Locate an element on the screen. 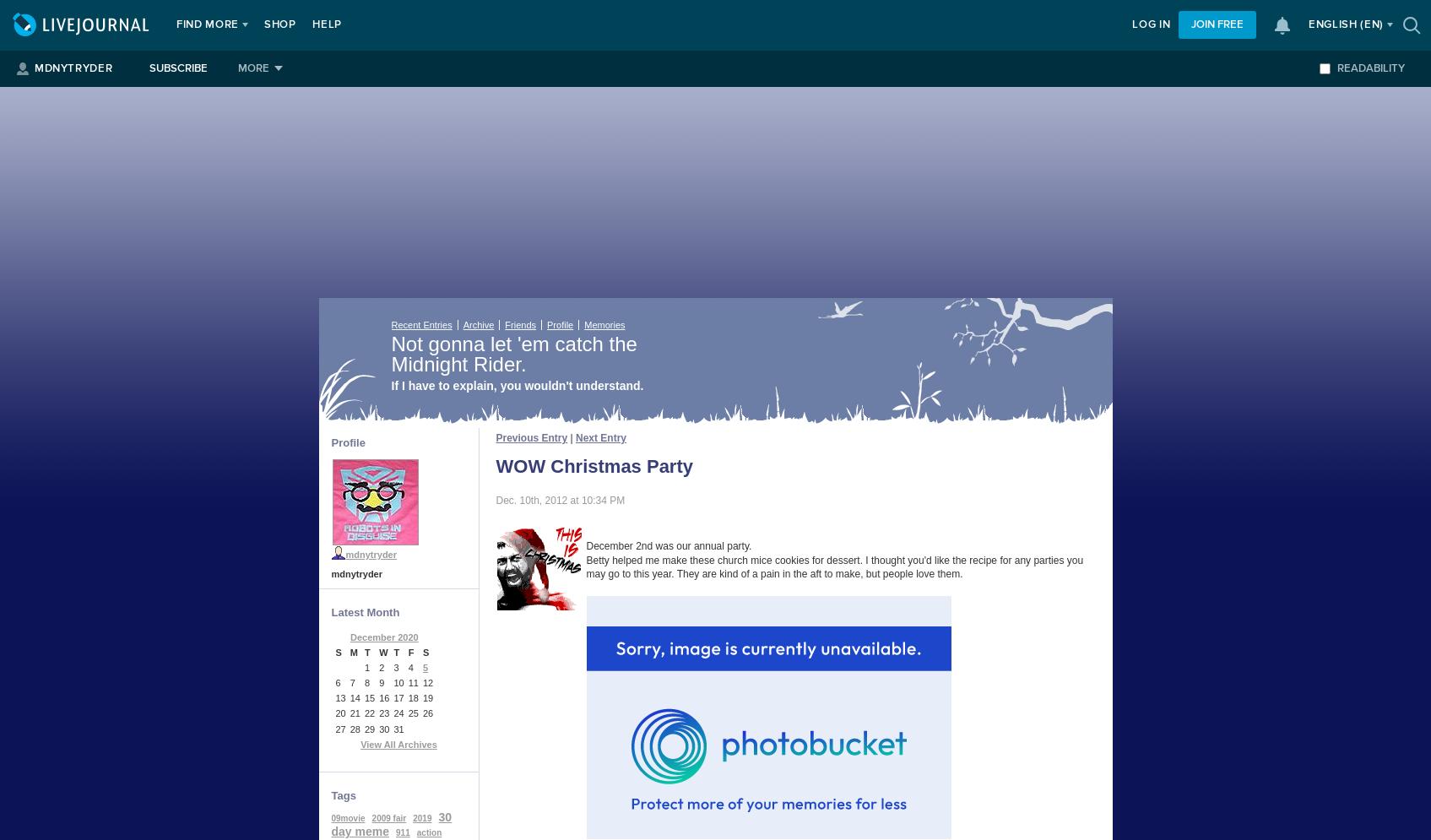  '(en)' is located at coordinates (1371, 24).